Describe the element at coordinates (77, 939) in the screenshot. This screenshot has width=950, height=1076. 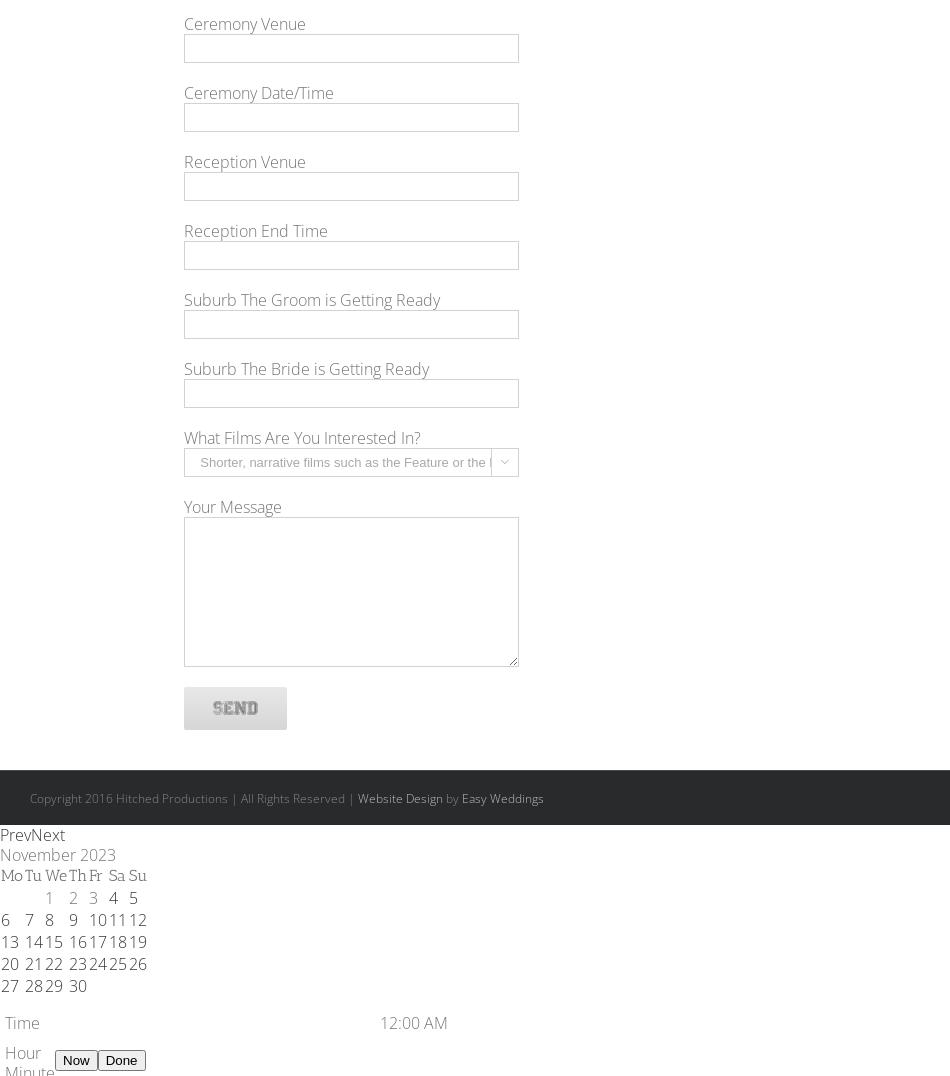
I see `'16'` at that location.